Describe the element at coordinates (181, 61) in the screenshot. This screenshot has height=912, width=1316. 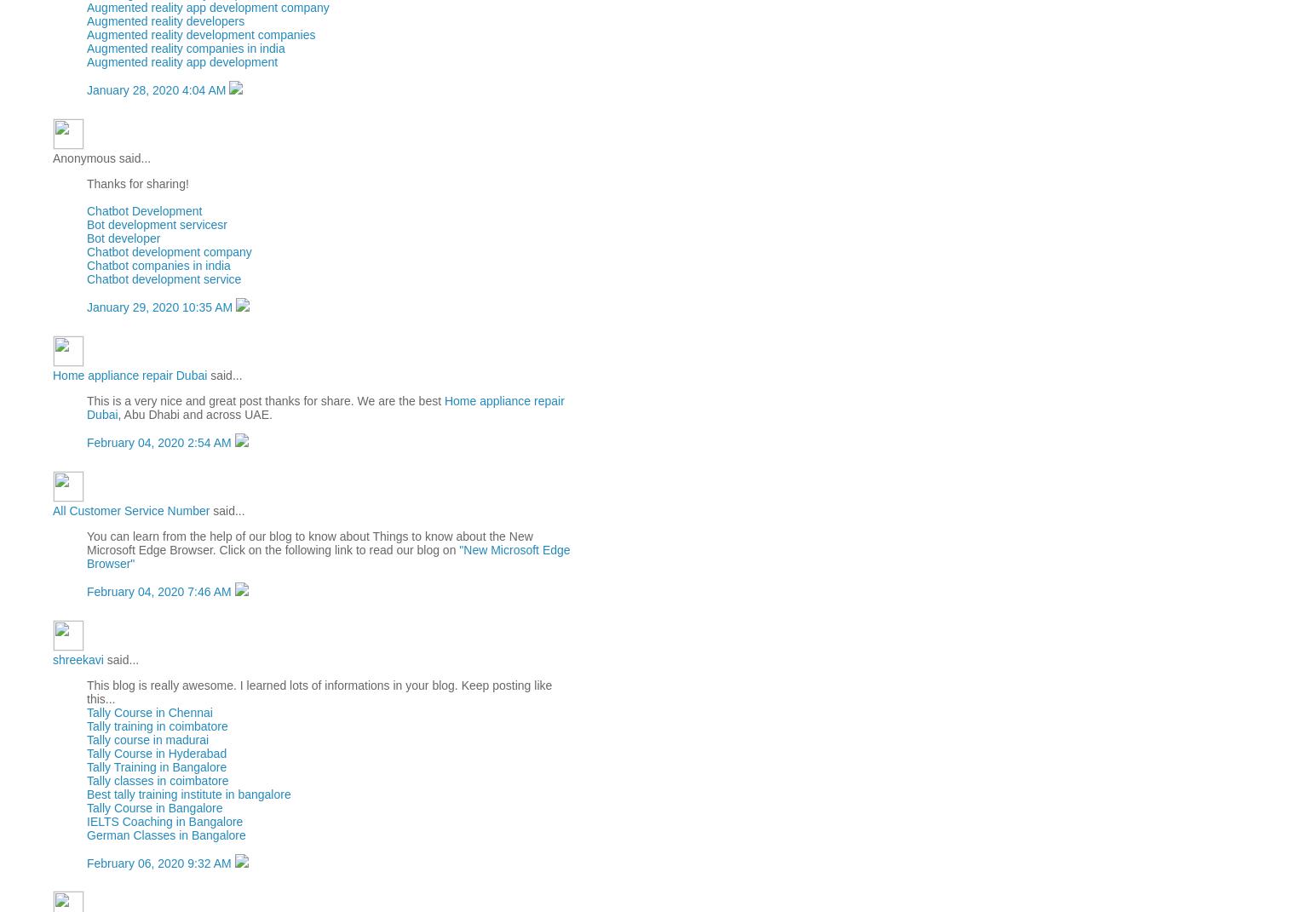
I see `'Augmented reality app development'` at that location.